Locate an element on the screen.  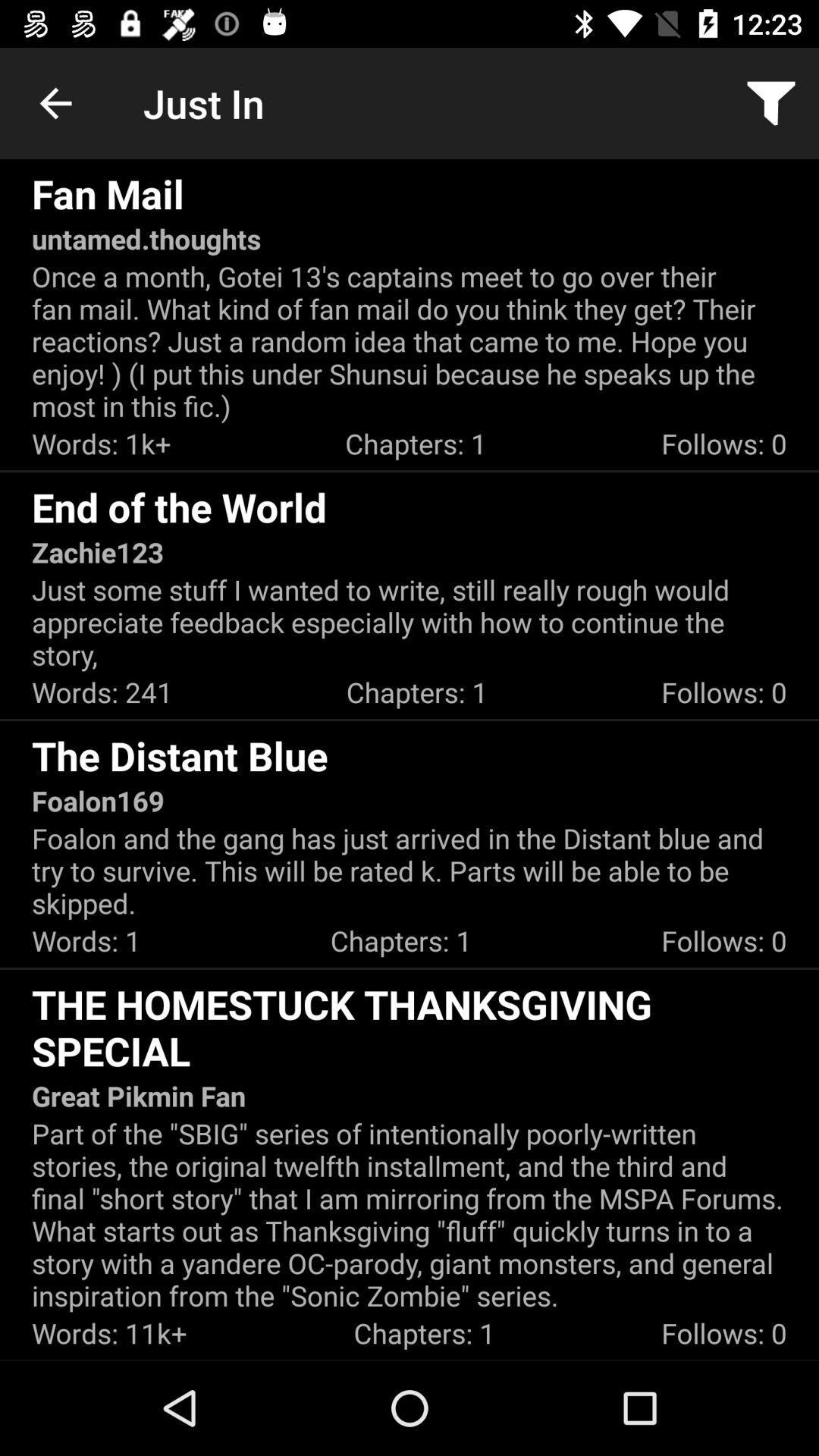
once a month item is located at coordinates (409, 340).